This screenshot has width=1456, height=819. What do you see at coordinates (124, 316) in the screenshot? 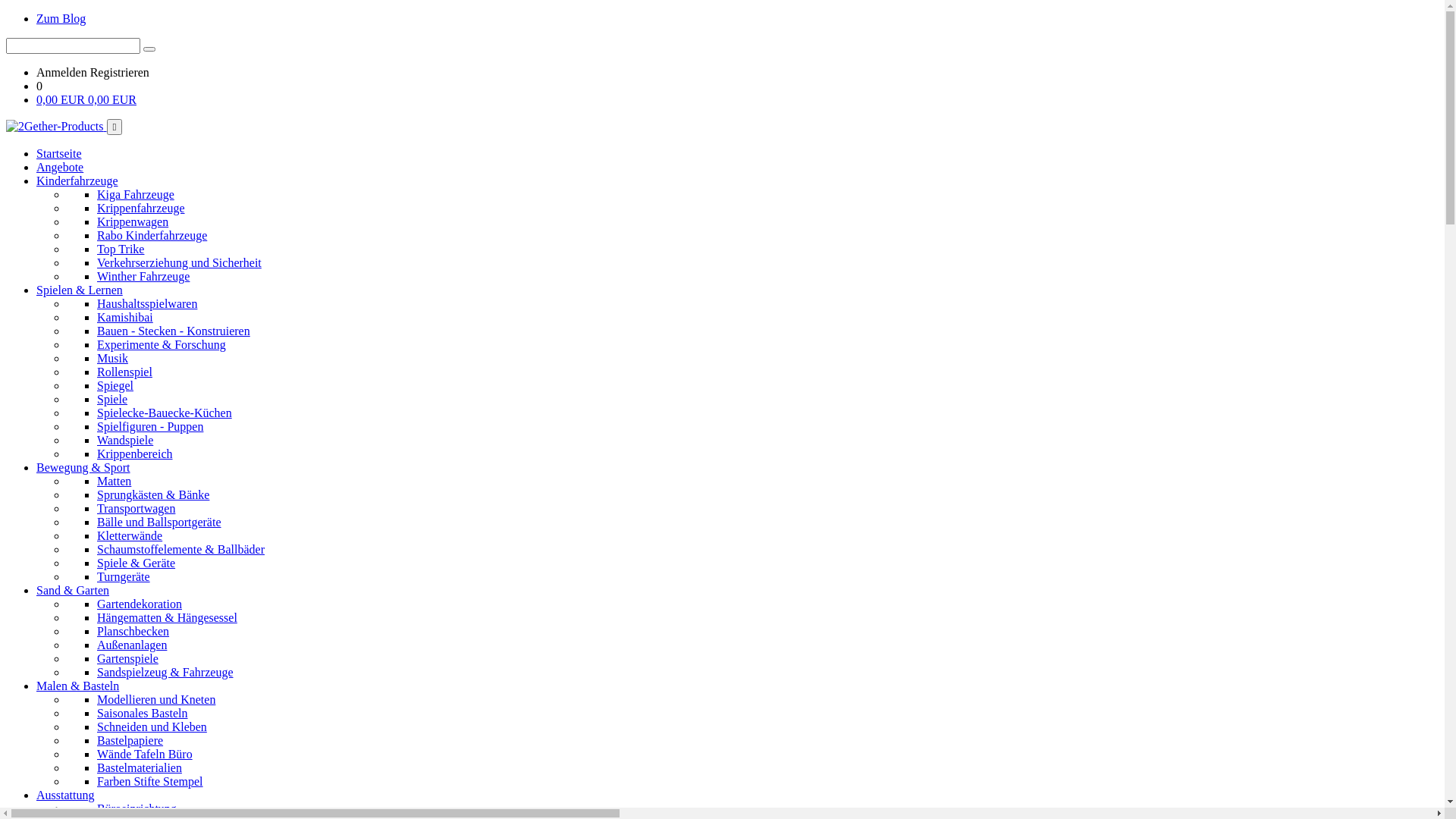
I see `'Kamishibai'` at bounding box center [124, 316].